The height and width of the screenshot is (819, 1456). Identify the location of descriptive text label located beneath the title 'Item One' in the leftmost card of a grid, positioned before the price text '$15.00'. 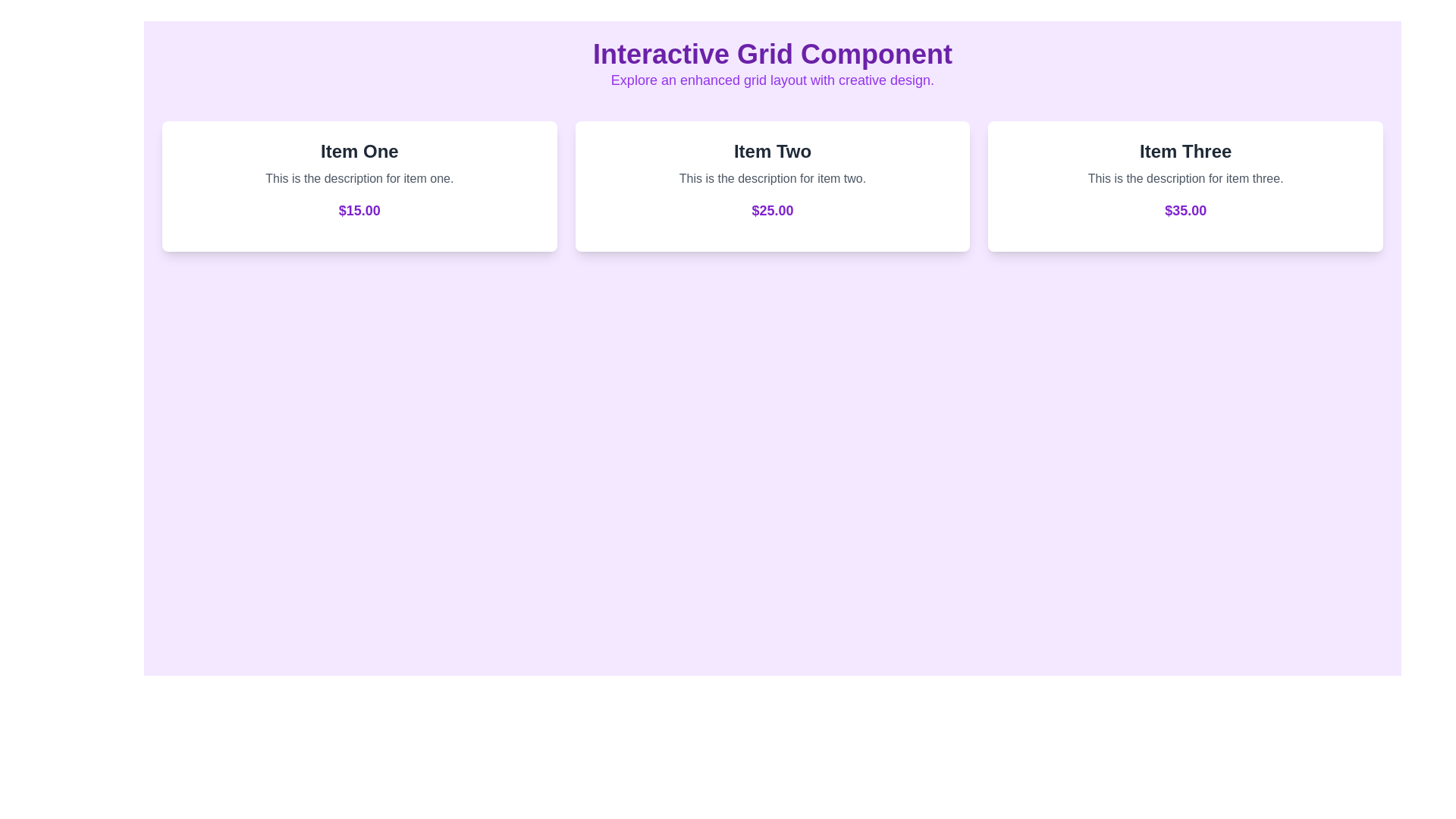
(359, 186).